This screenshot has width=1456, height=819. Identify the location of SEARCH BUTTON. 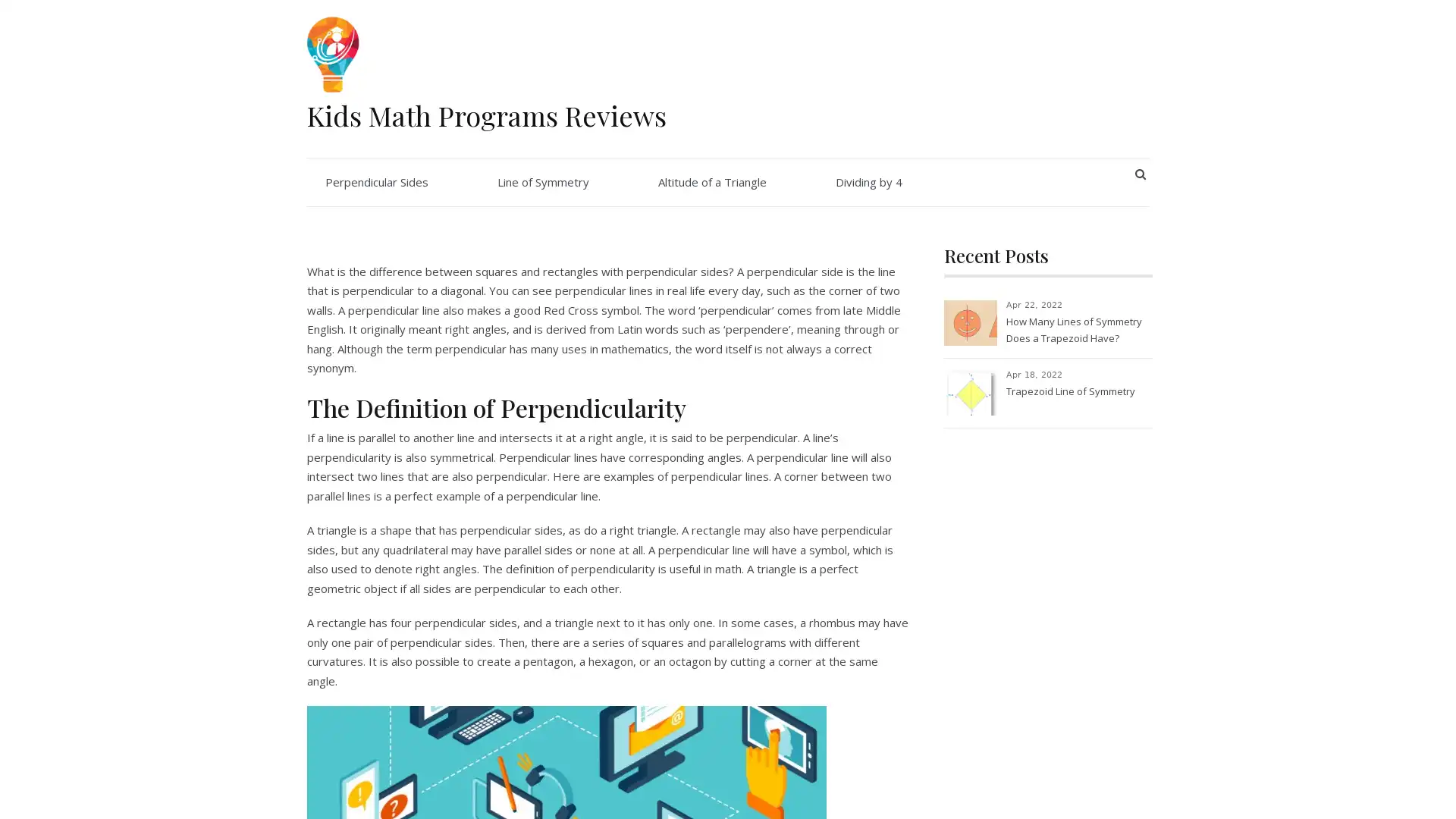
(1141, 172).